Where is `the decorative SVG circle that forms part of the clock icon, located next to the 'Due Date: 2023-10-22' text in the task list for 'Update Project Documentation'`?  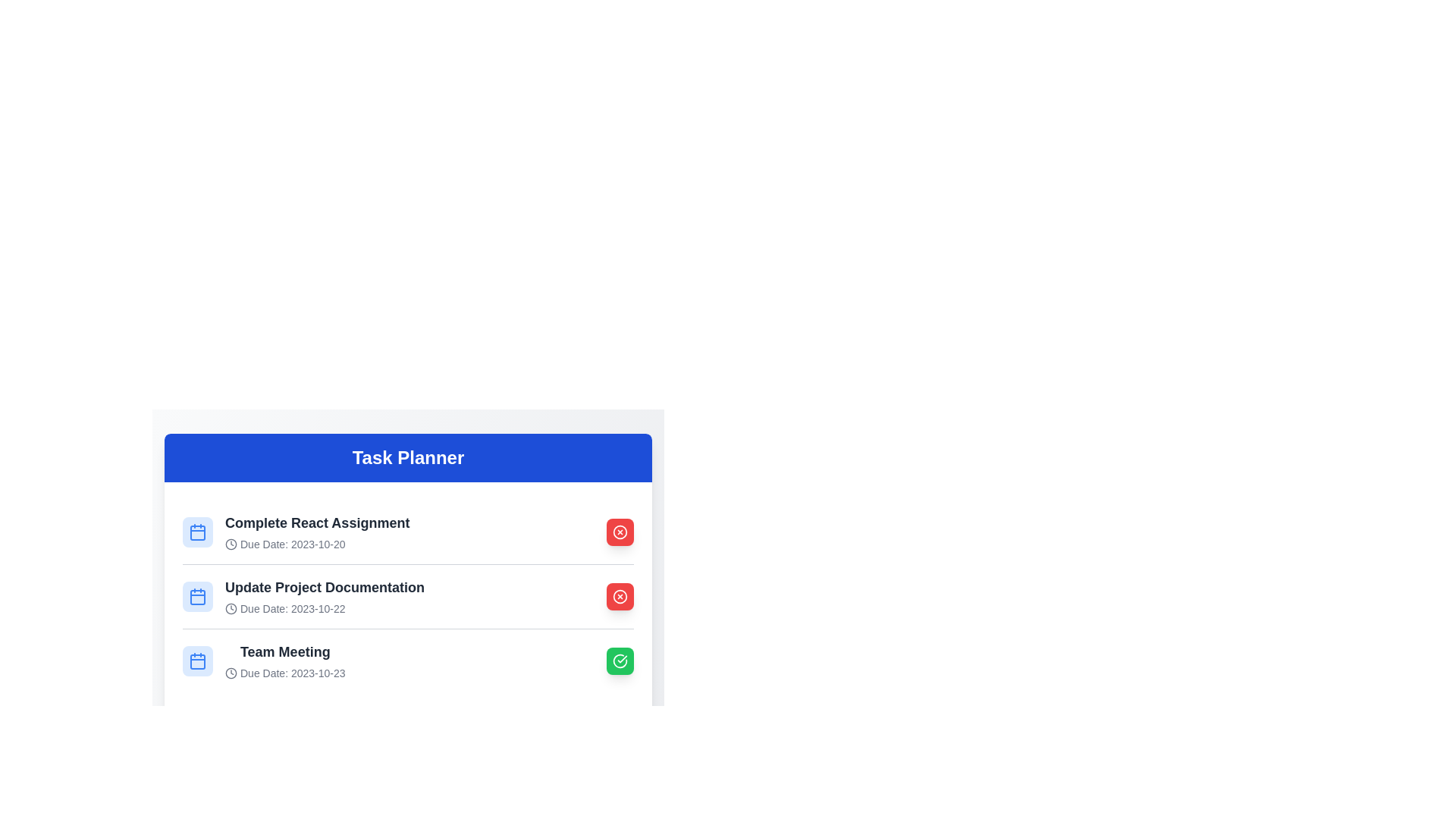
the decorative SVG circle that forms part of the clock icon, located next to the 'Due Date: 2023-10-22' text in the task list for 'Update Project Documentation' is located at coordinates (231, 607).